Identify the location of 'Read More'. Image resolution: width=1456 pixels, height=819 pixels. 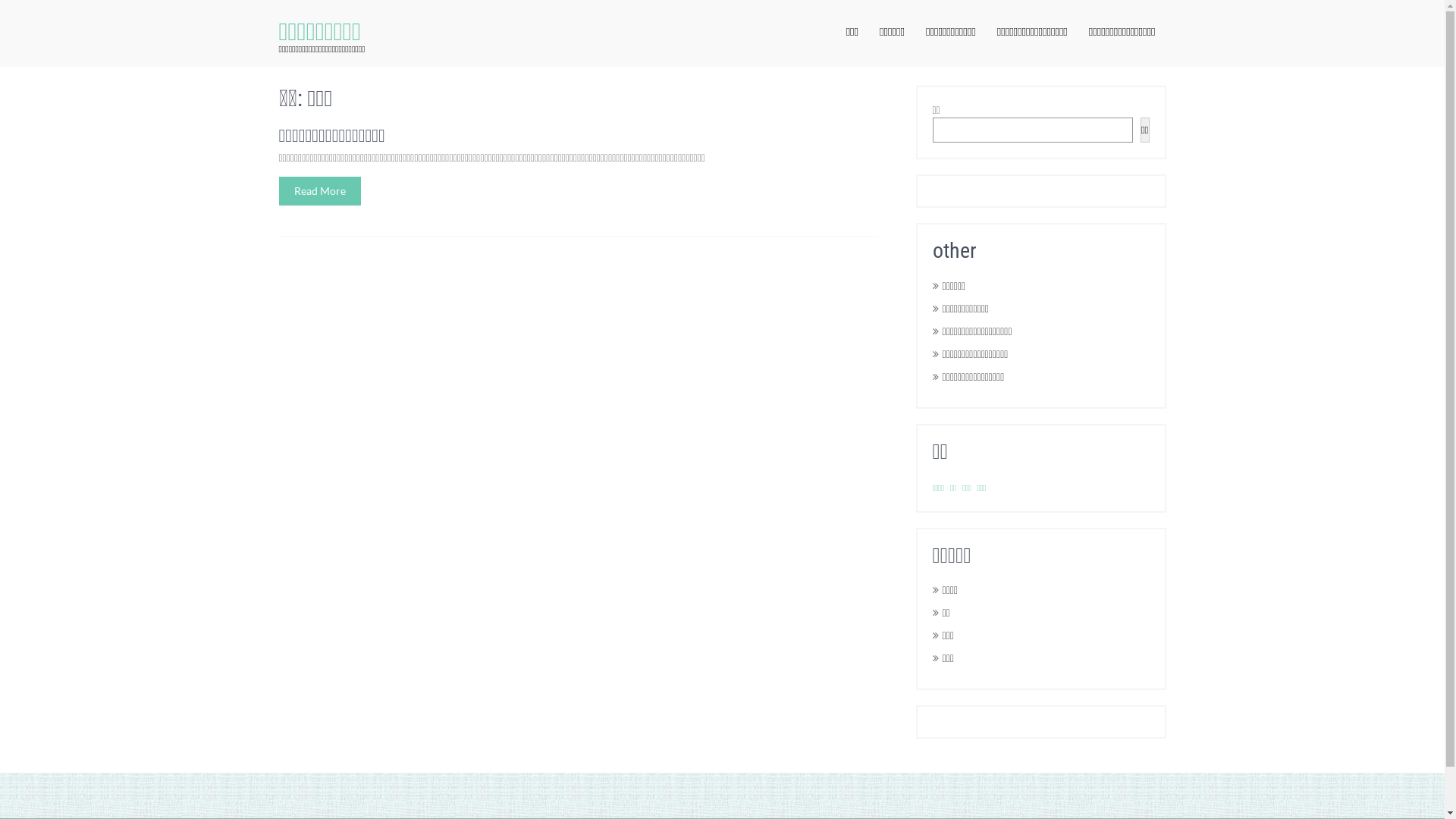
(279, 190).